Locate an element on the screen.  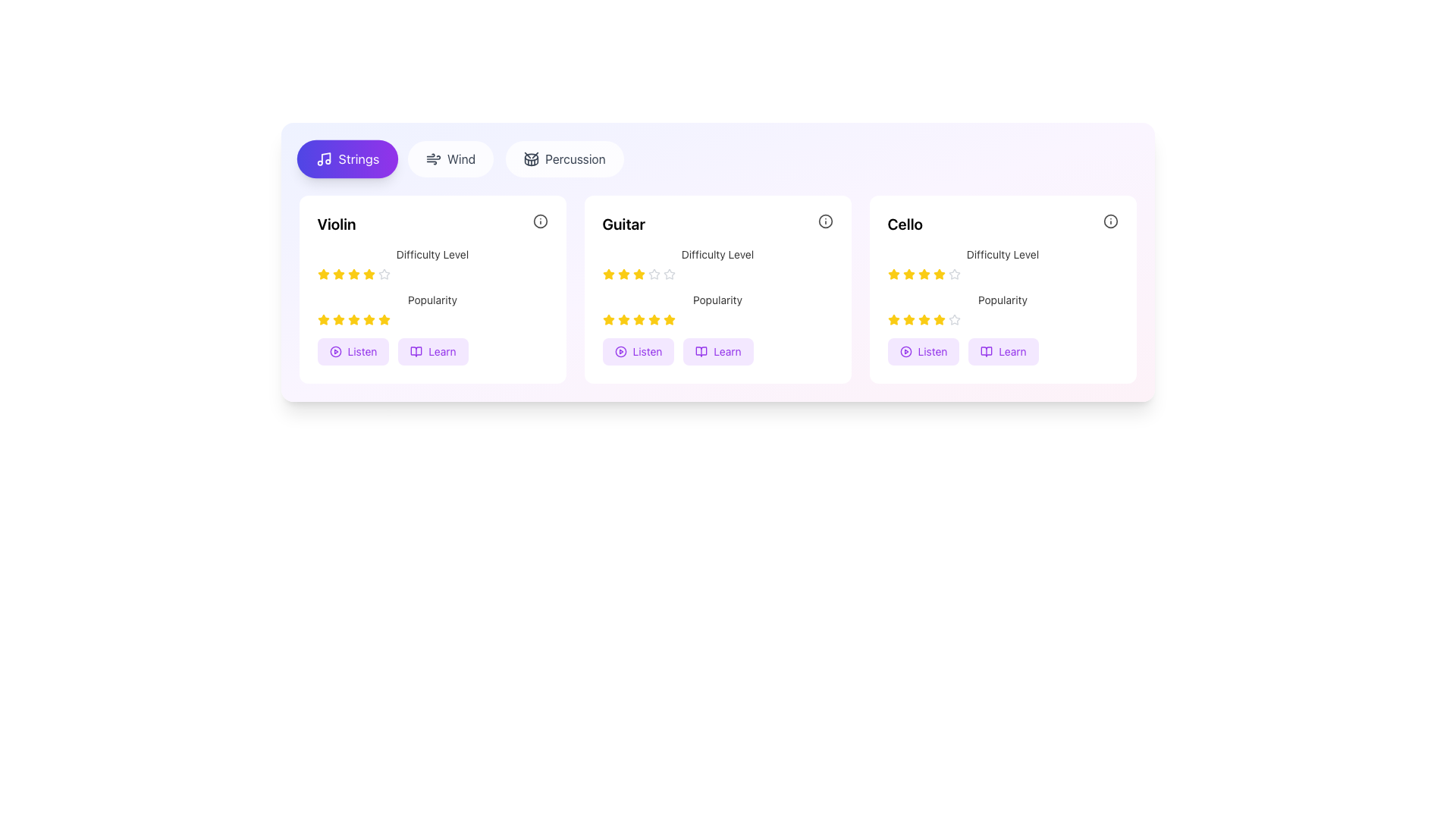
the button labeled 'Strings' which is styled in bold white text on a gradient background, located on the far left of the category buttons including 'Wind' and 'Percussion' is located at coordinates (357, 158).